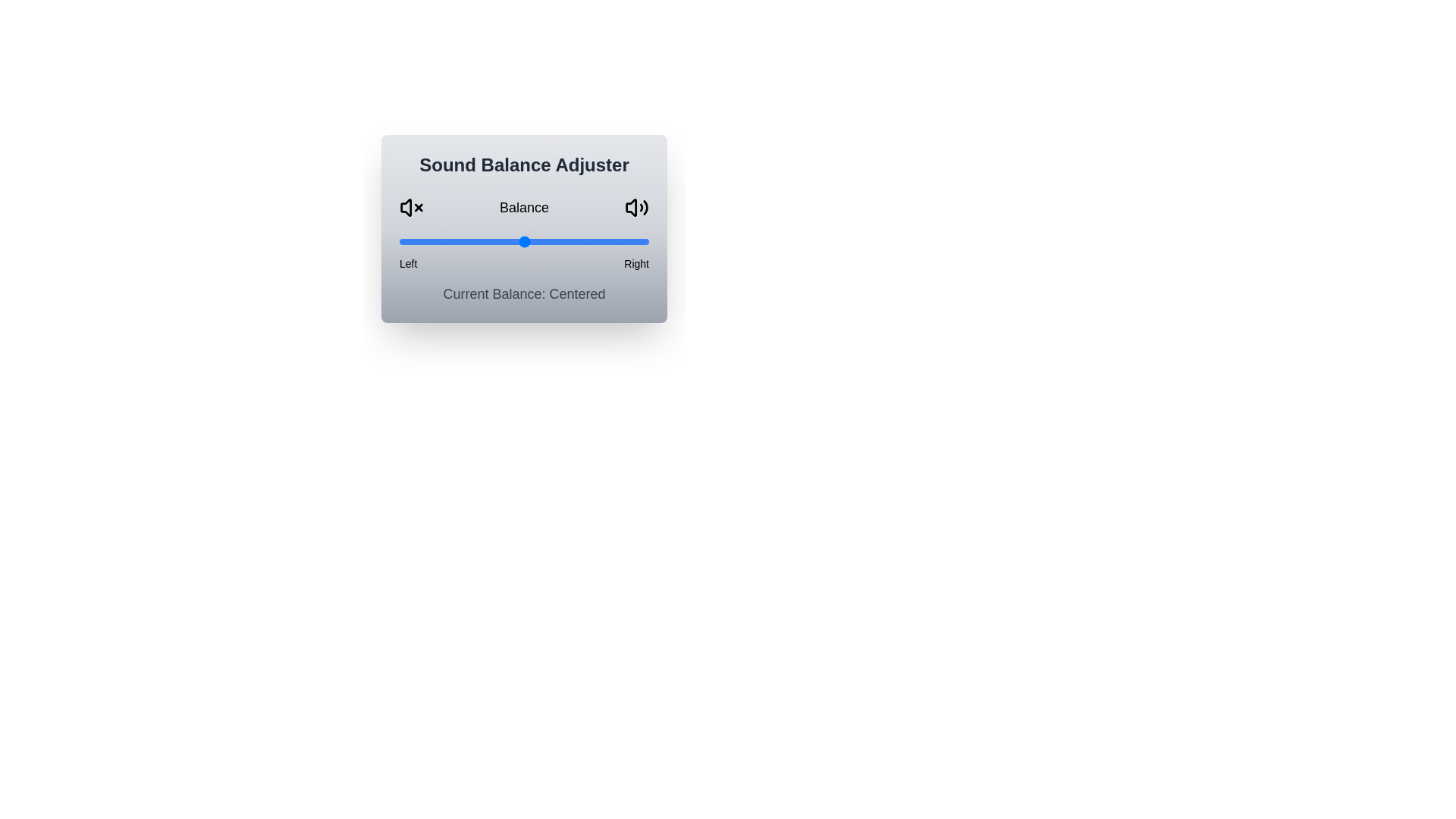 The image size is (1456, 819). What do you see at coordinates (411, 207) in the screenshot?
I see `the volume-down icon in the Sound Balance Adjuster` at bounding box center [411, 207].